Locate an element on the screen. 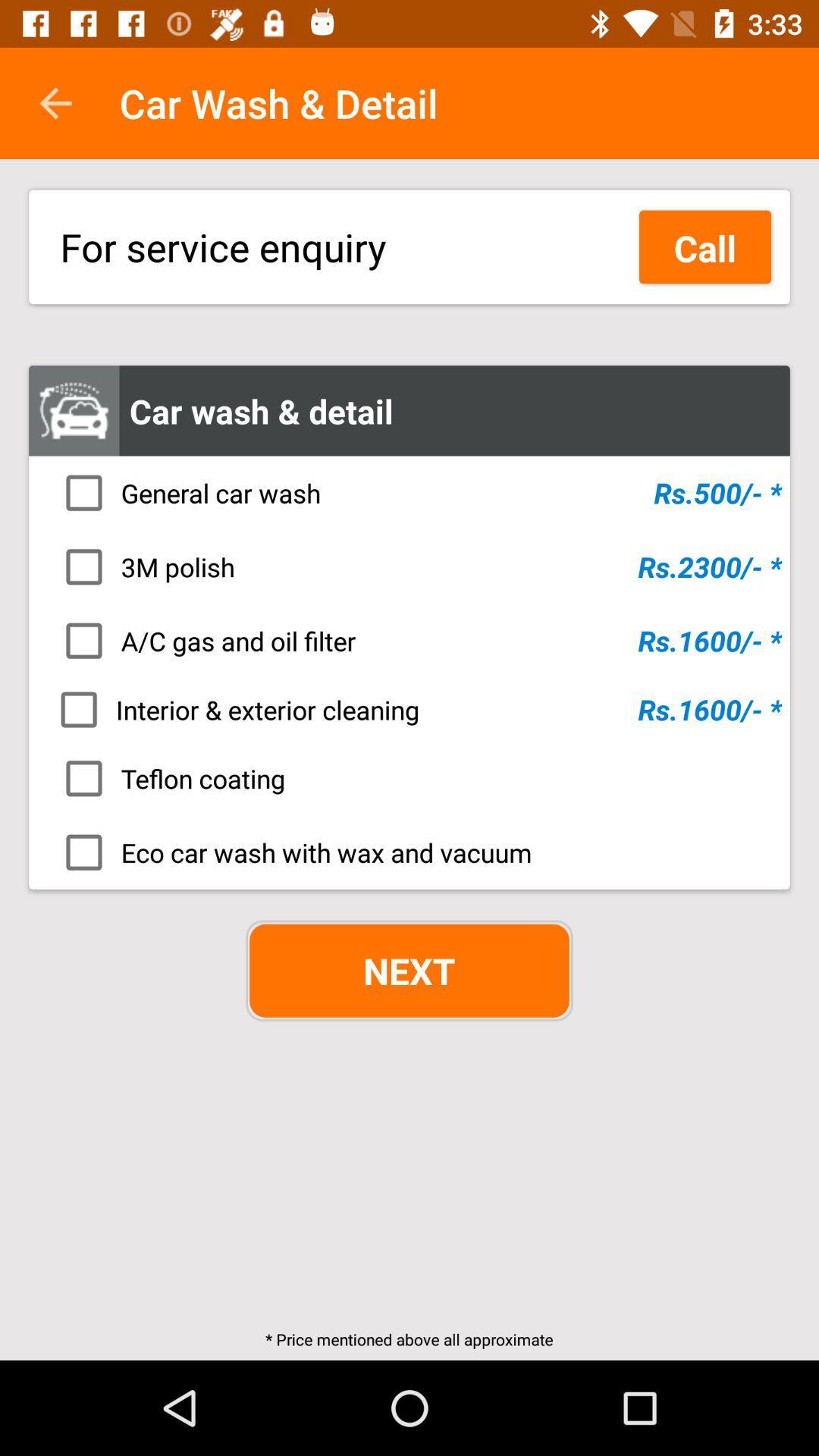  the icon to the right of the for service enquiry icon is located at coordinates (704, 246).